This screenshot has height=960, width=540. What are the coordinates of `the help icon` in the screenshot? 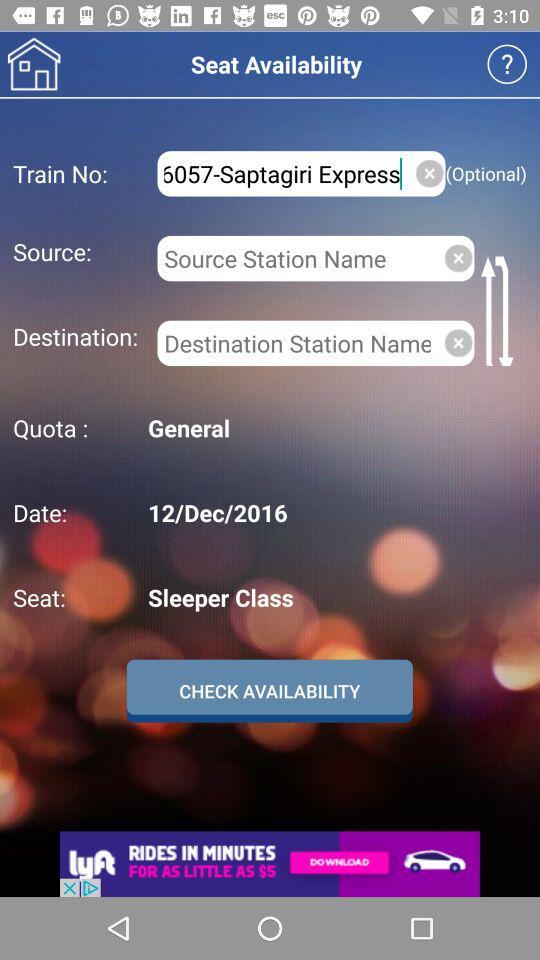 It's located at (507, 64).